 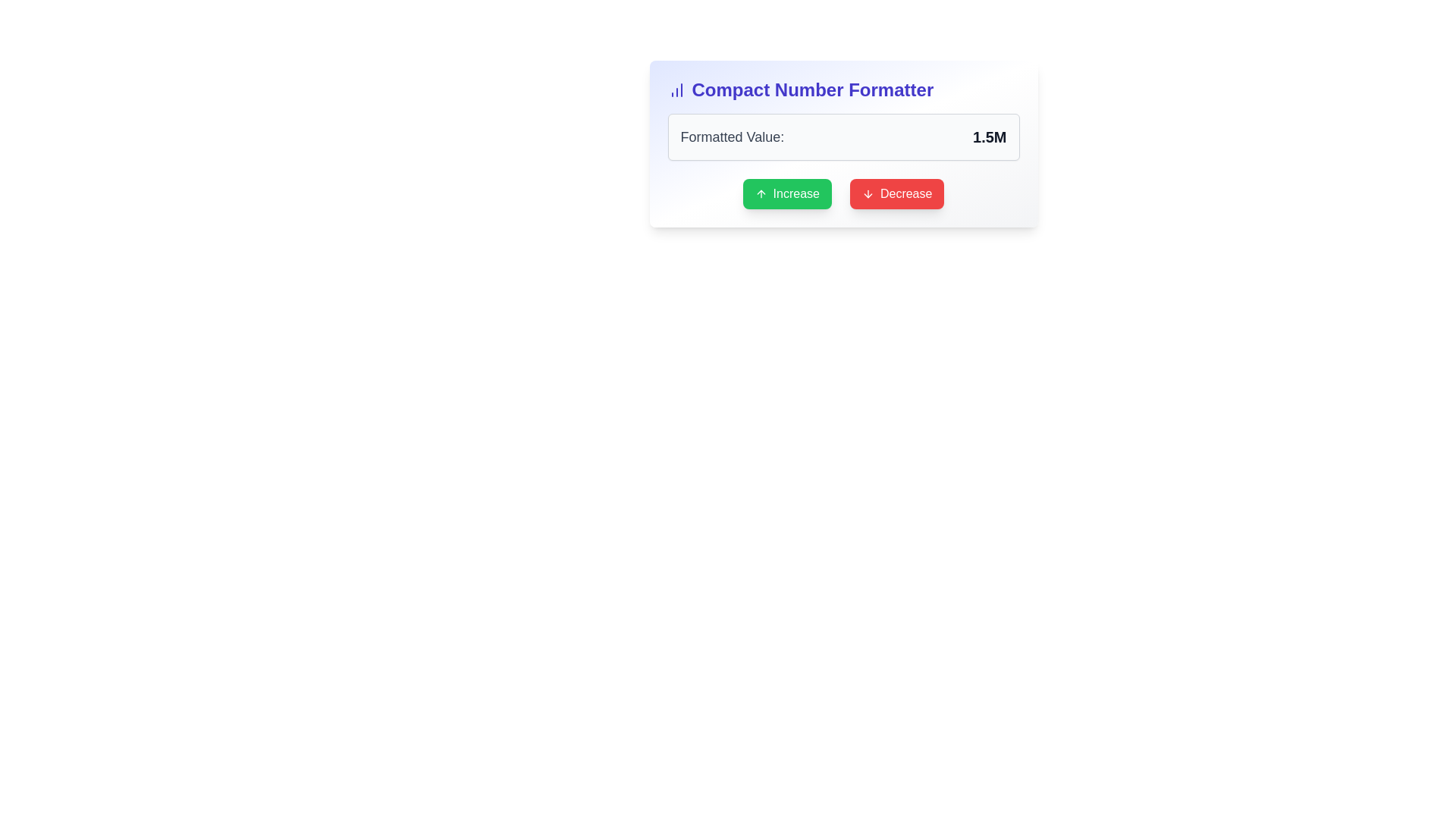 What do you see at coordinates (897, 193) in the screenshot?
I see `the red 'Decrease' button with a downward arrow icon` at bounding box center [897, 193].